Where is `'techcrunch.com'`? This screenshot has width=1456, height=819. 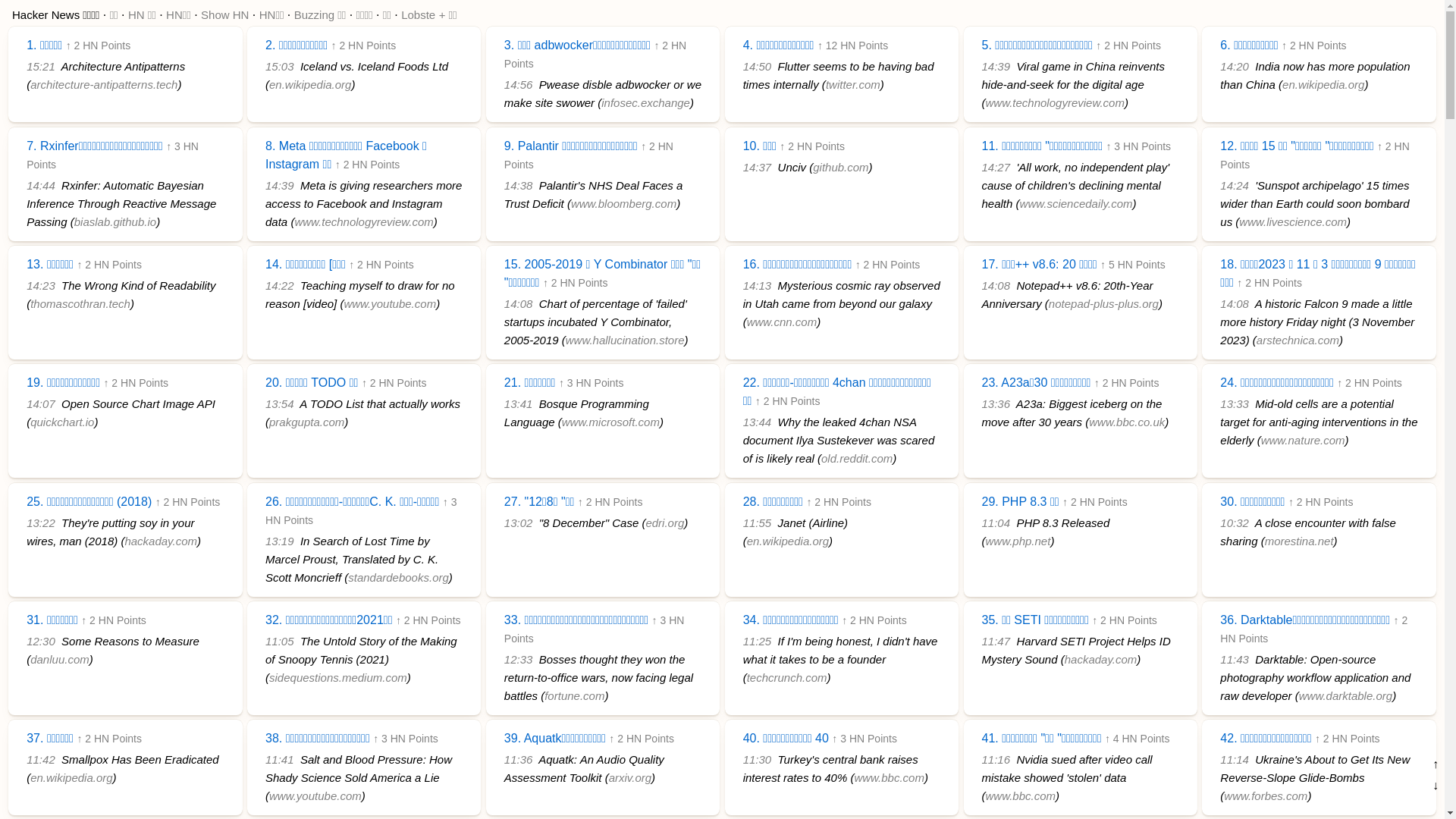 'techcrunch.com' is located at coordinates (786, 676).